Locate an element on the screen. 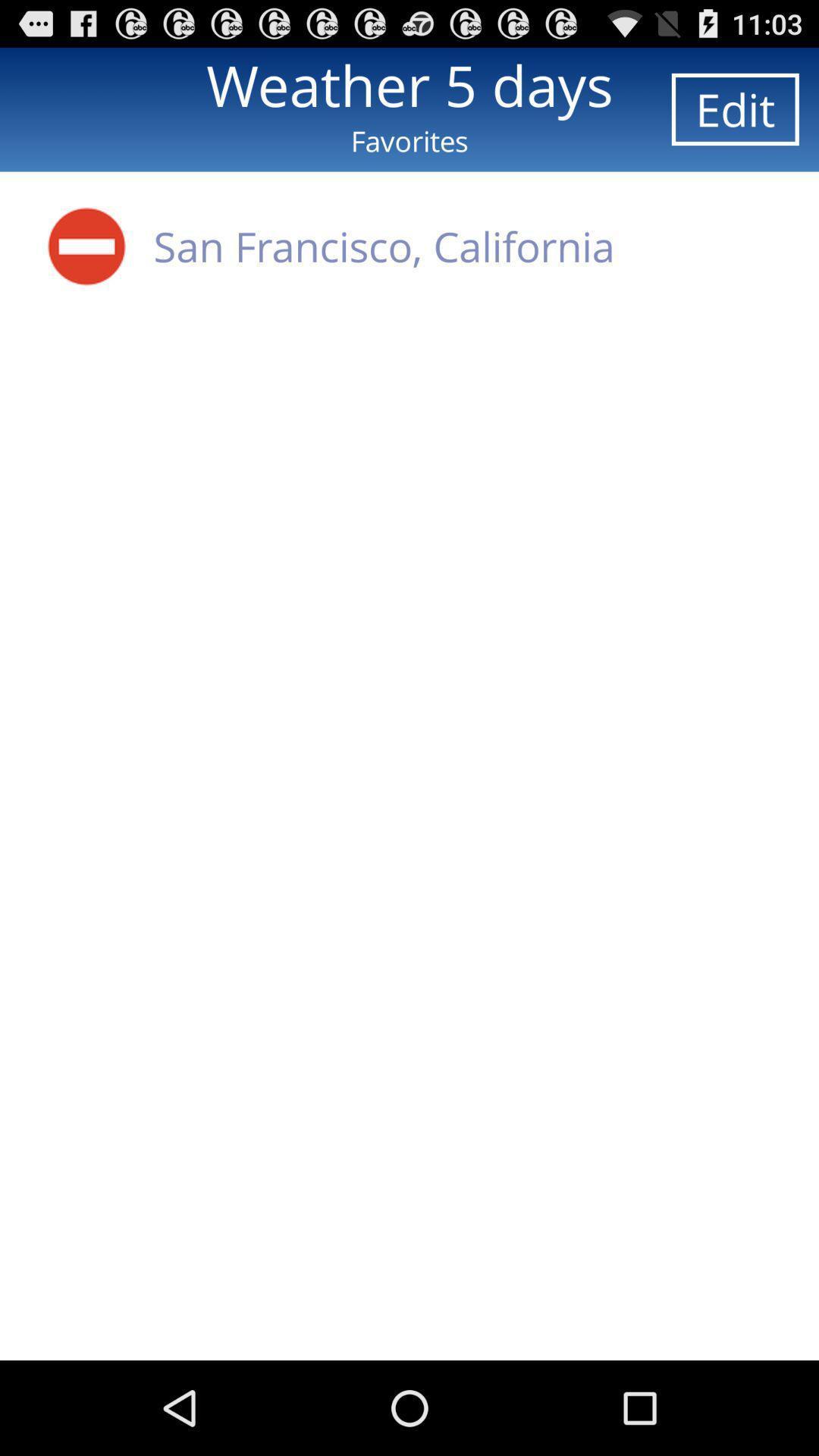 This screenshot has width=819, height=1456. the app to the left of san francisco, california icon is located at coordinates (86, 246).